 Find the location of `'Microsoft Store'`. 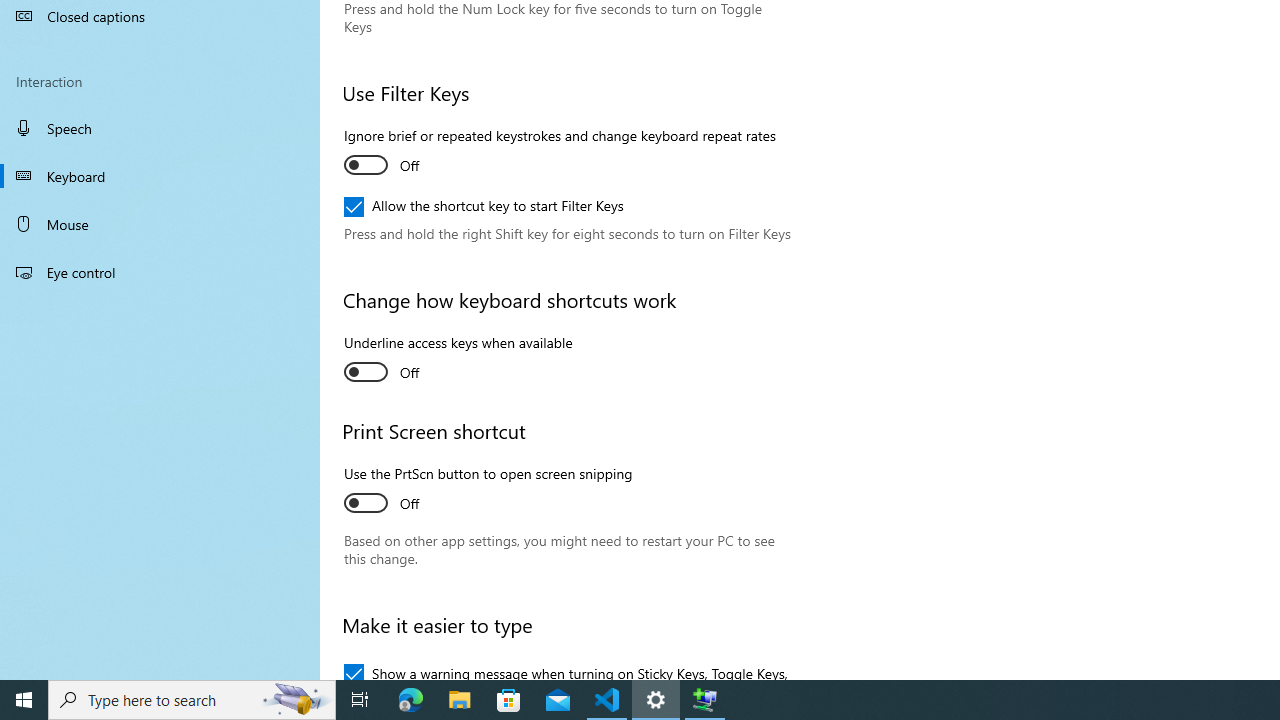

'Microsoft Store' is located at coordinates (509, 698).